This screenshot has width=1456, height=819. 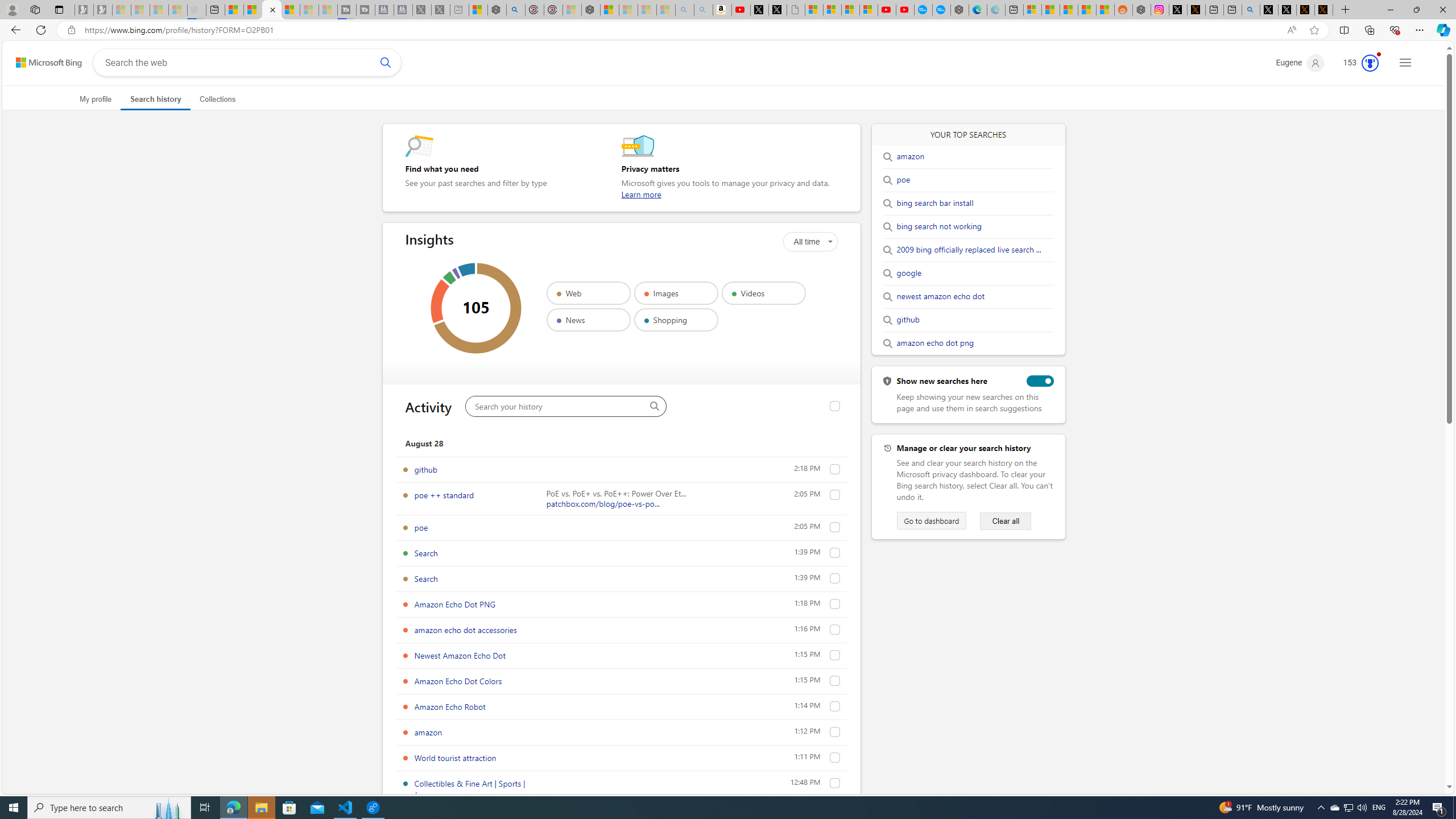 I want to click on 'Class: el_arc partner-news', so click(x=455, y=272).